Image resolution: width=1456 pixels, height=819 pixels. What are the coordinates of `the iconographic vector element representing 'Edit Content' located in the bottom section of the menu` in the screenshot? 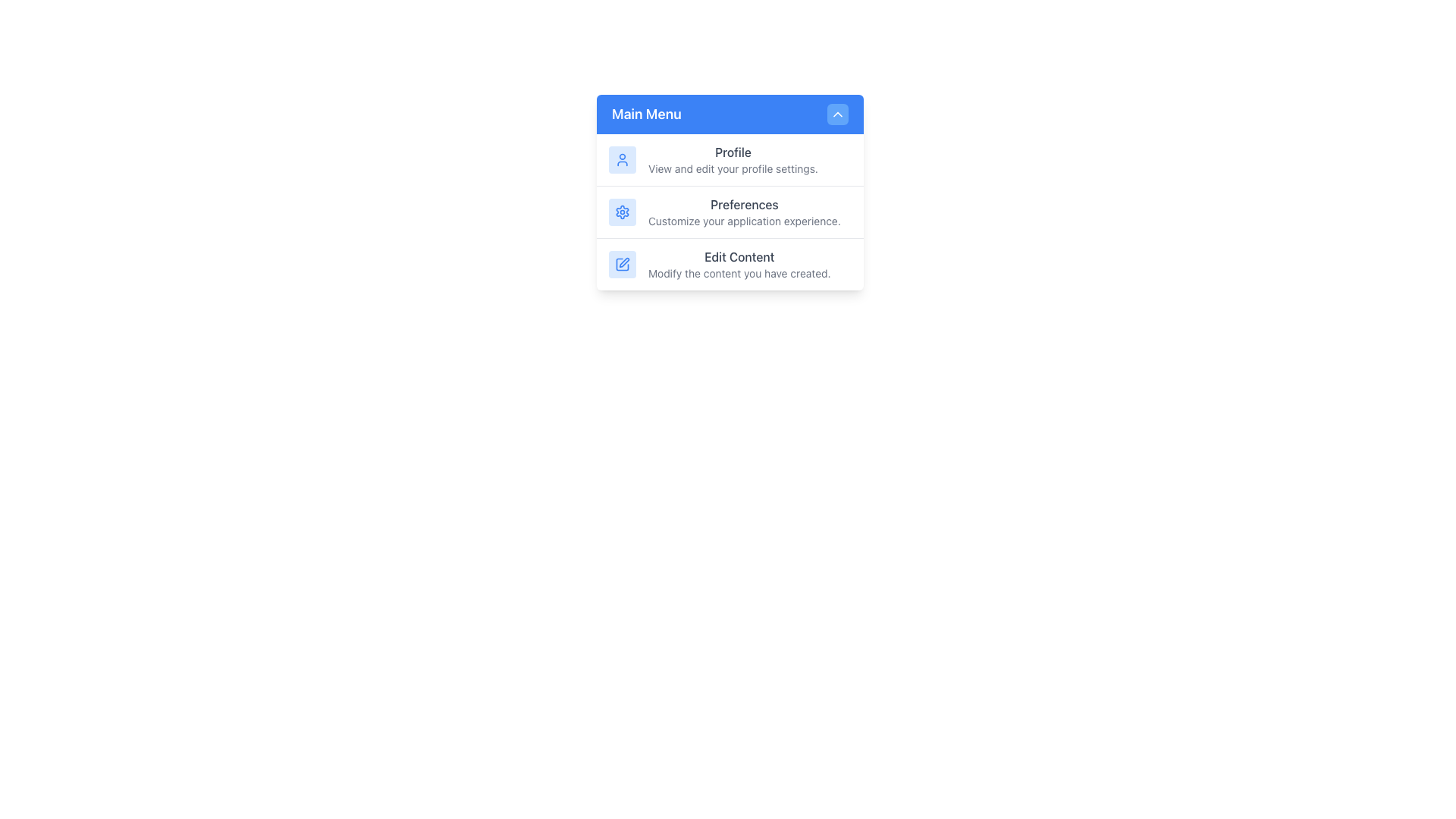 It's located at (622, 263).